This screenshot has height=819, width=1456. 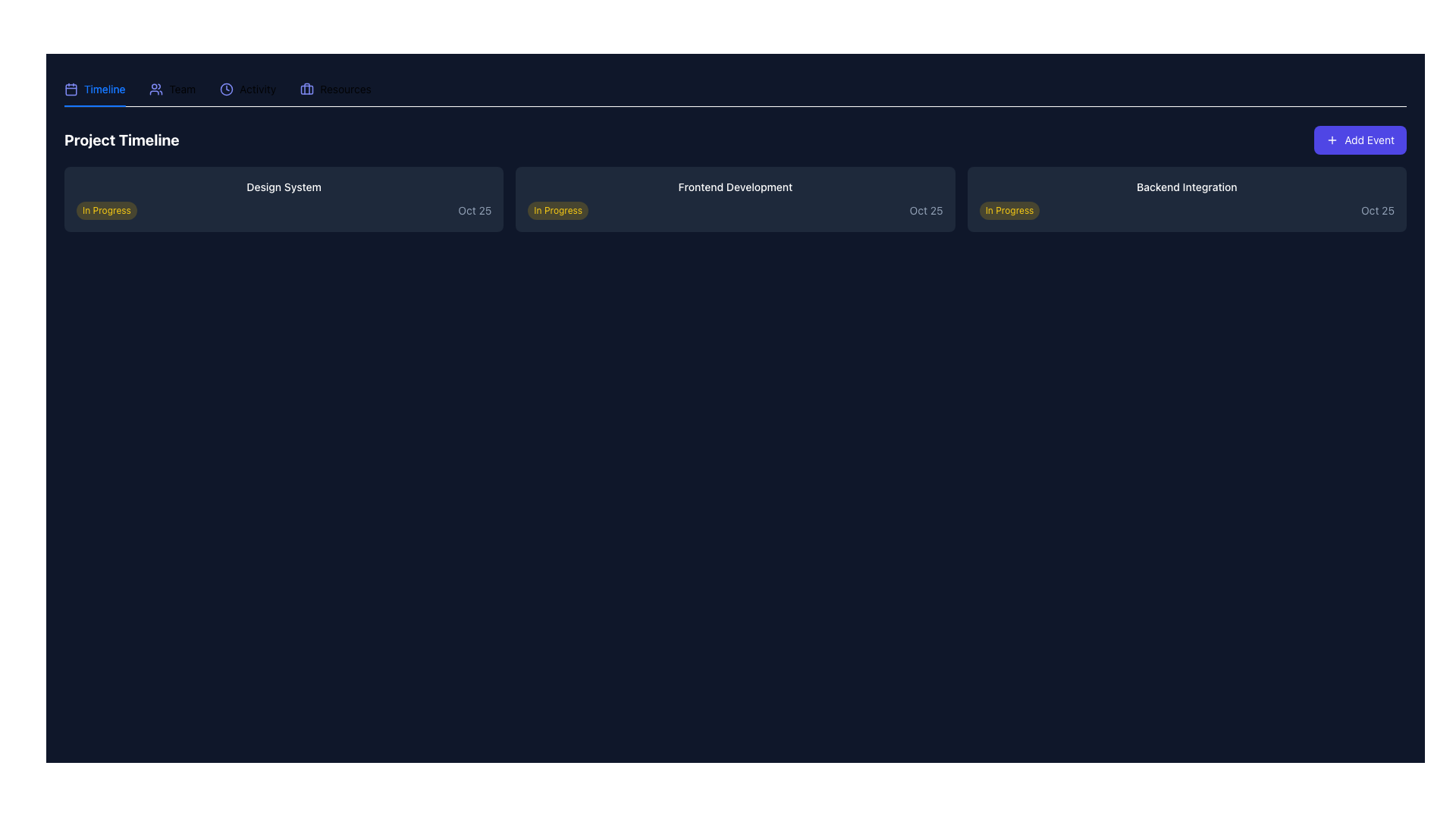 What do you see at coordinates (121, 140) in the screenshot?
I see `the 'Project Timeline' label, which serves as the section title indicating the current view context` at bounding box center [121, 140].